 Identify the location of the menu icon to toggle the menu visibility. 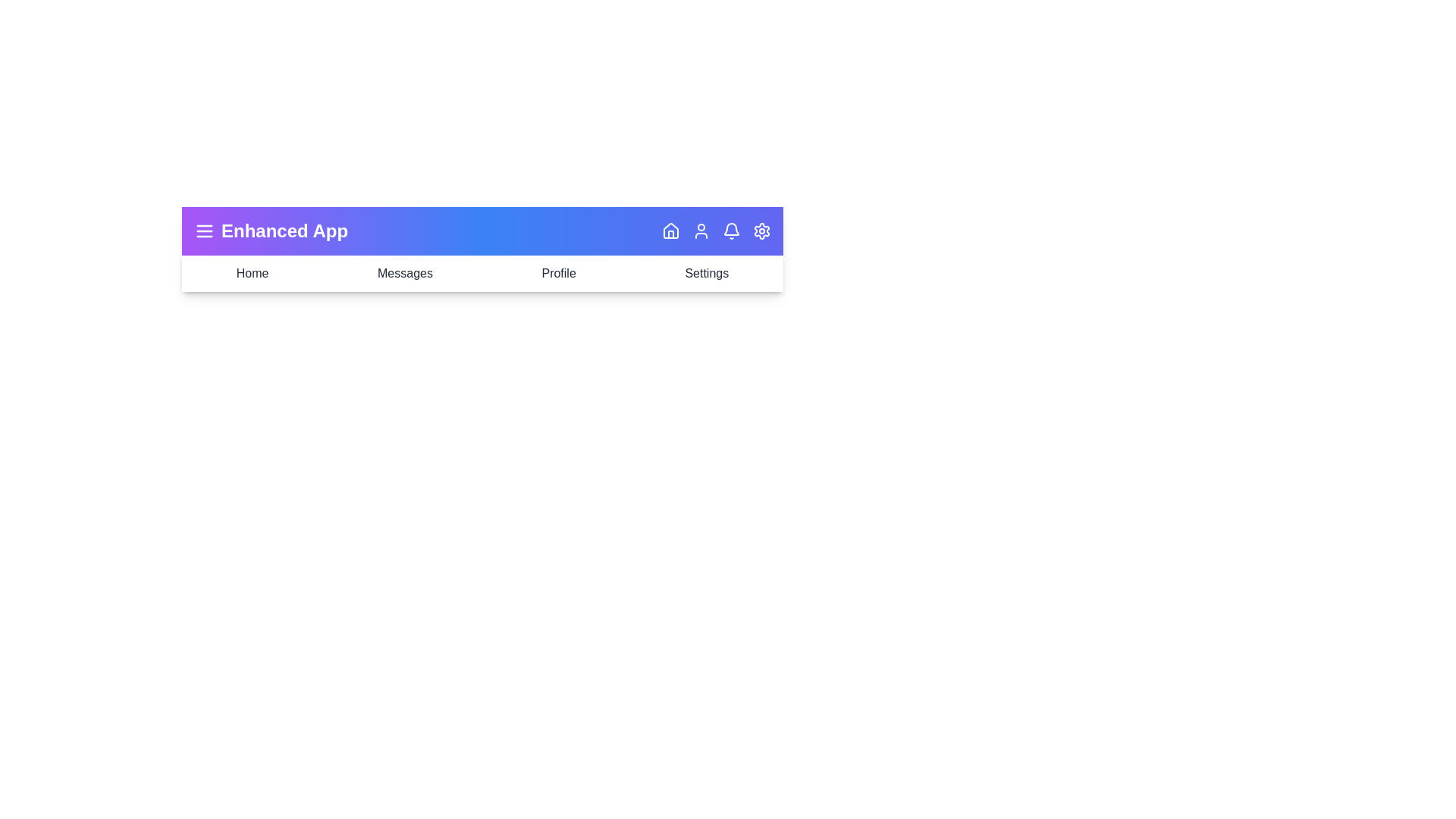
(203, 231).